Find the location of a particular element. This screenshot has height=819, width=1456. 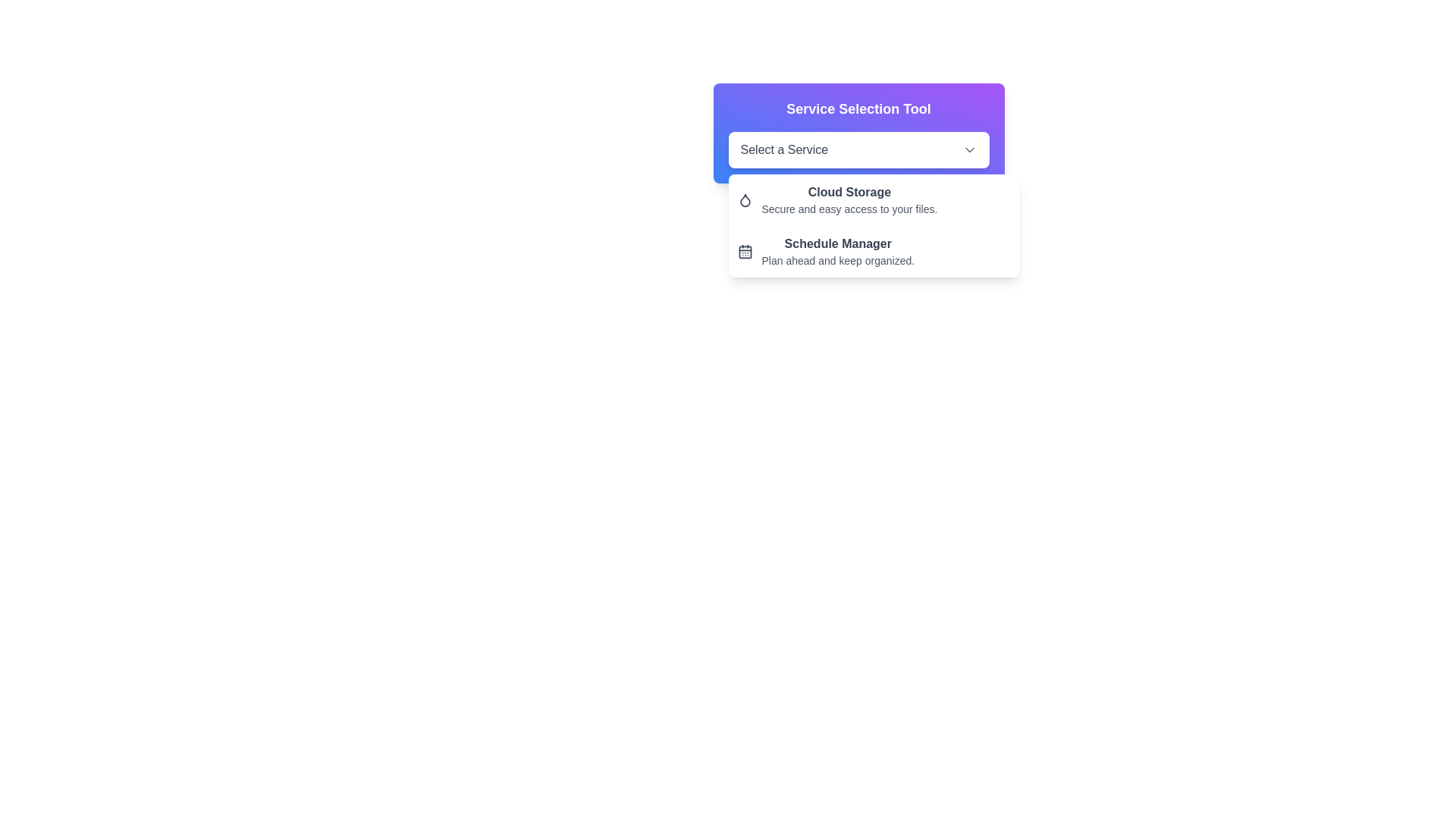

the 'Select a Service' text label which is displayed in bold dark gray font within a white rounded rectangular box is located at coordinates (784, 149).